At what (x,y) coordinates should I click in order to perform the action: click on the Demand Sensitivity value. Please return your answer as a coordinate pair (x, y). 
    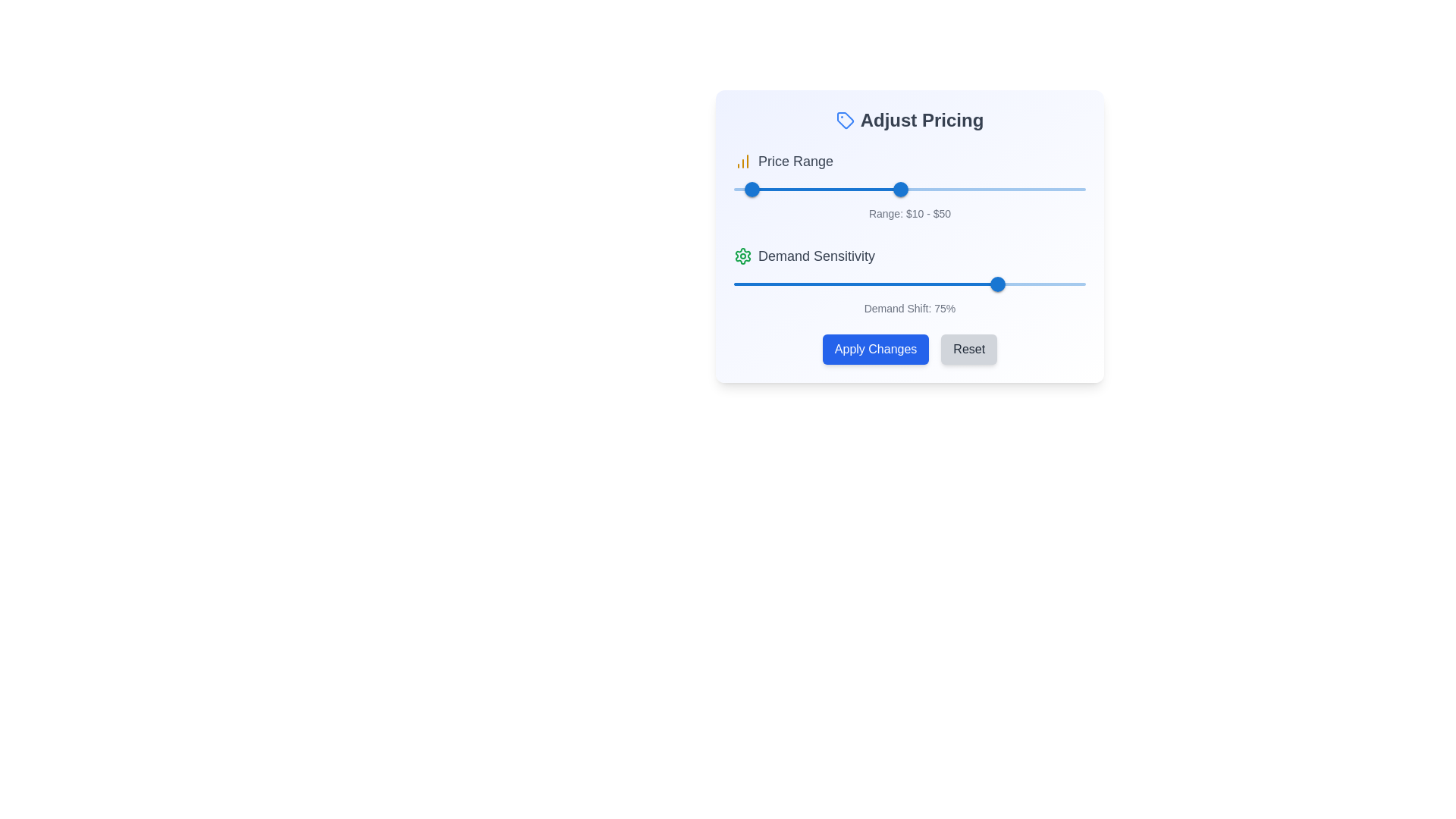
    Looking at the image, I should click on (1023, 284).